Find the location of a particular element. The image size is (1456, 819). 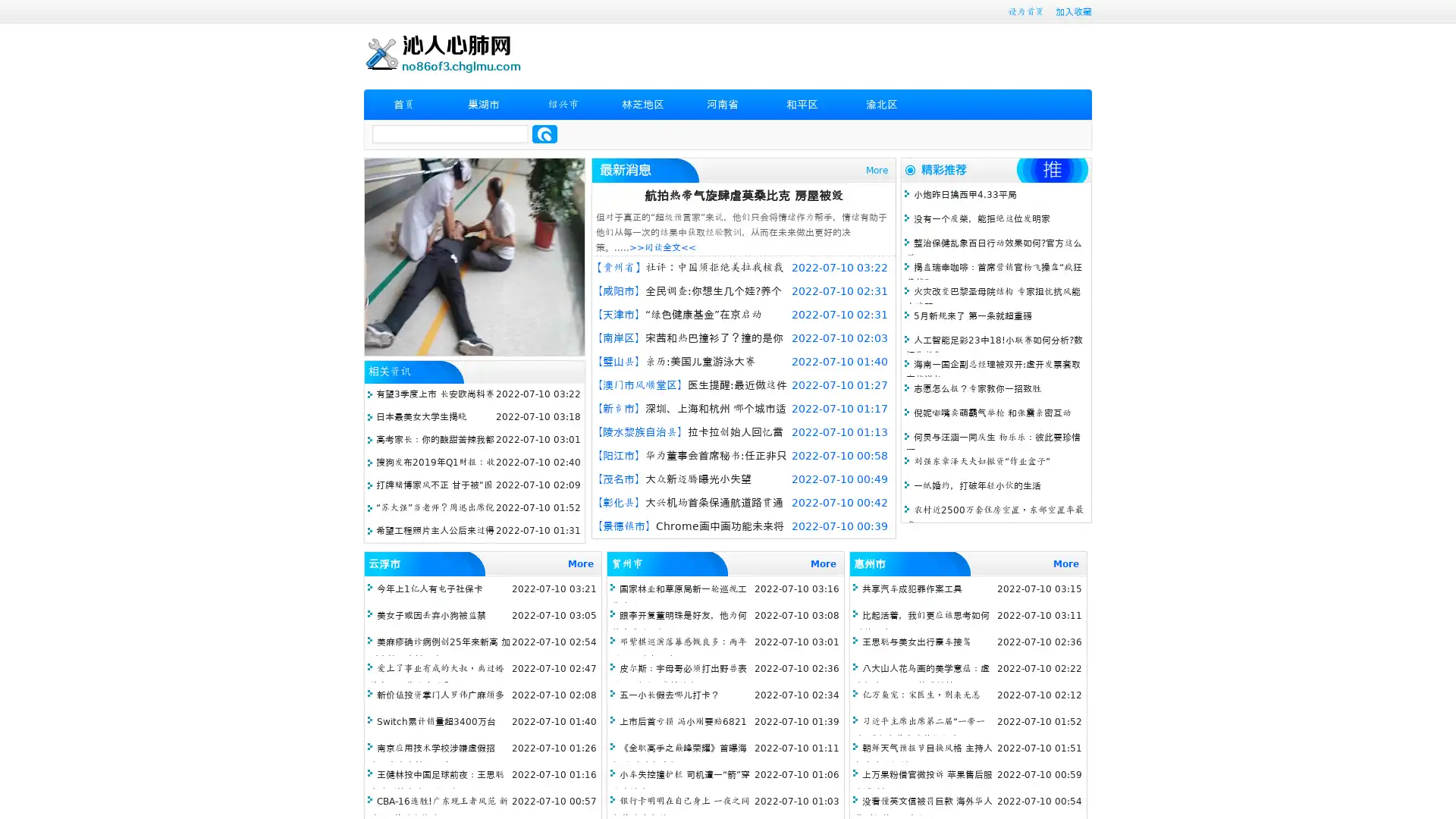

Search is located at coordinates (544, 133).